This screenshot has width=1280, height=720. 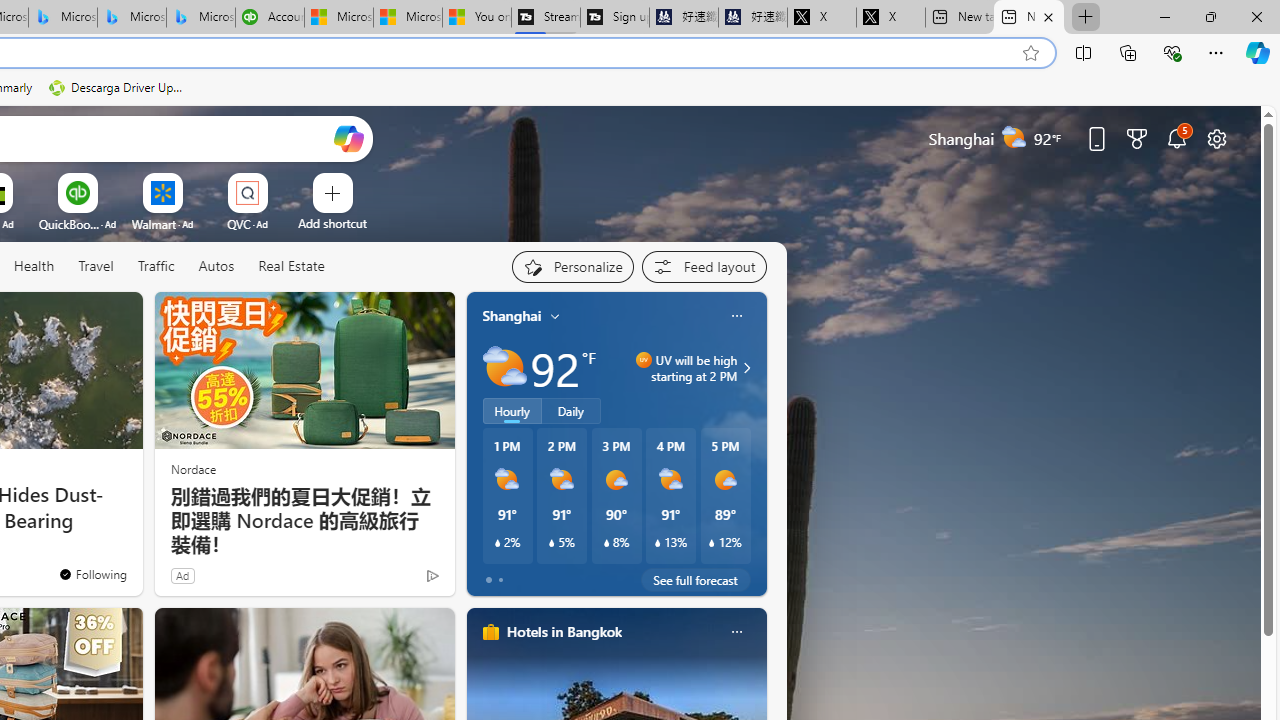 What do you see at coordinates (512, 315) in the screenshot?
I see `'Shanghai'` at bounding box center [512, 315].